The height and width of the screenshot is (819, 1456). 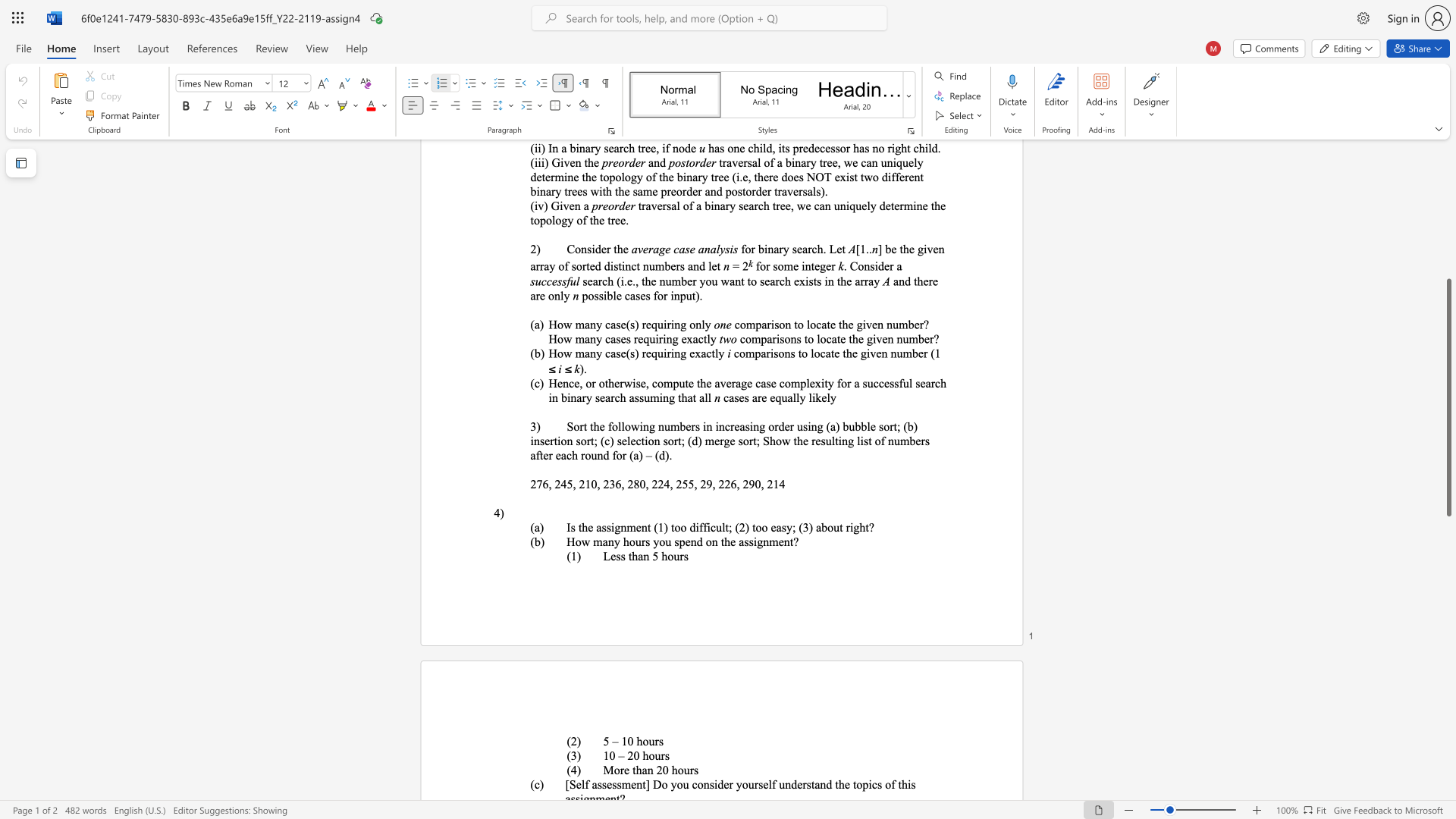 What do you see at coordinates (726, 526) in the screenshot?
I see `the 4th character "t" in the text` at bounding box center [726, 526].